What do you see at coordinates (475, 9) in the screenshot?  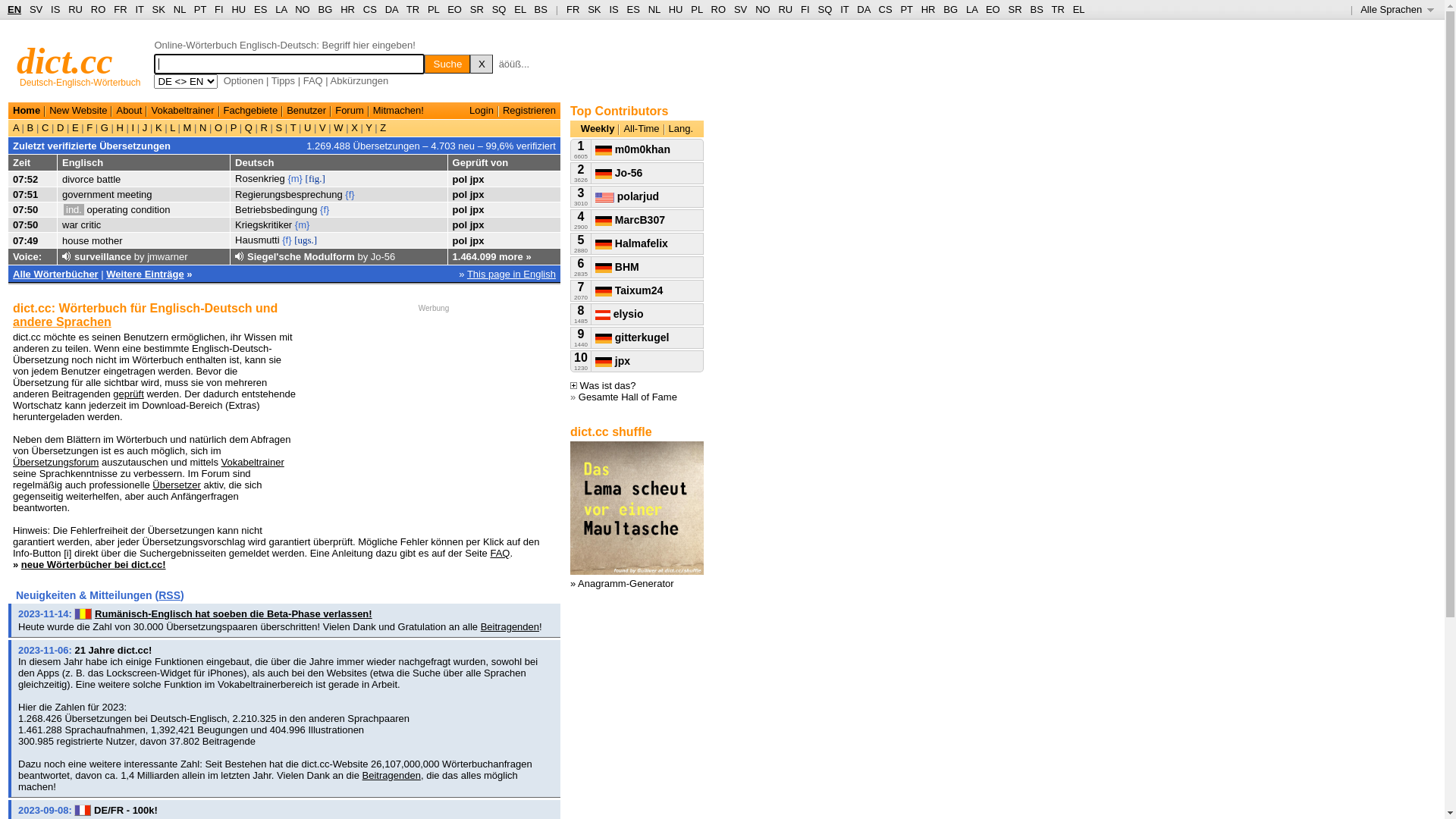 I see `'SR'` at bounding box center [475, 9].